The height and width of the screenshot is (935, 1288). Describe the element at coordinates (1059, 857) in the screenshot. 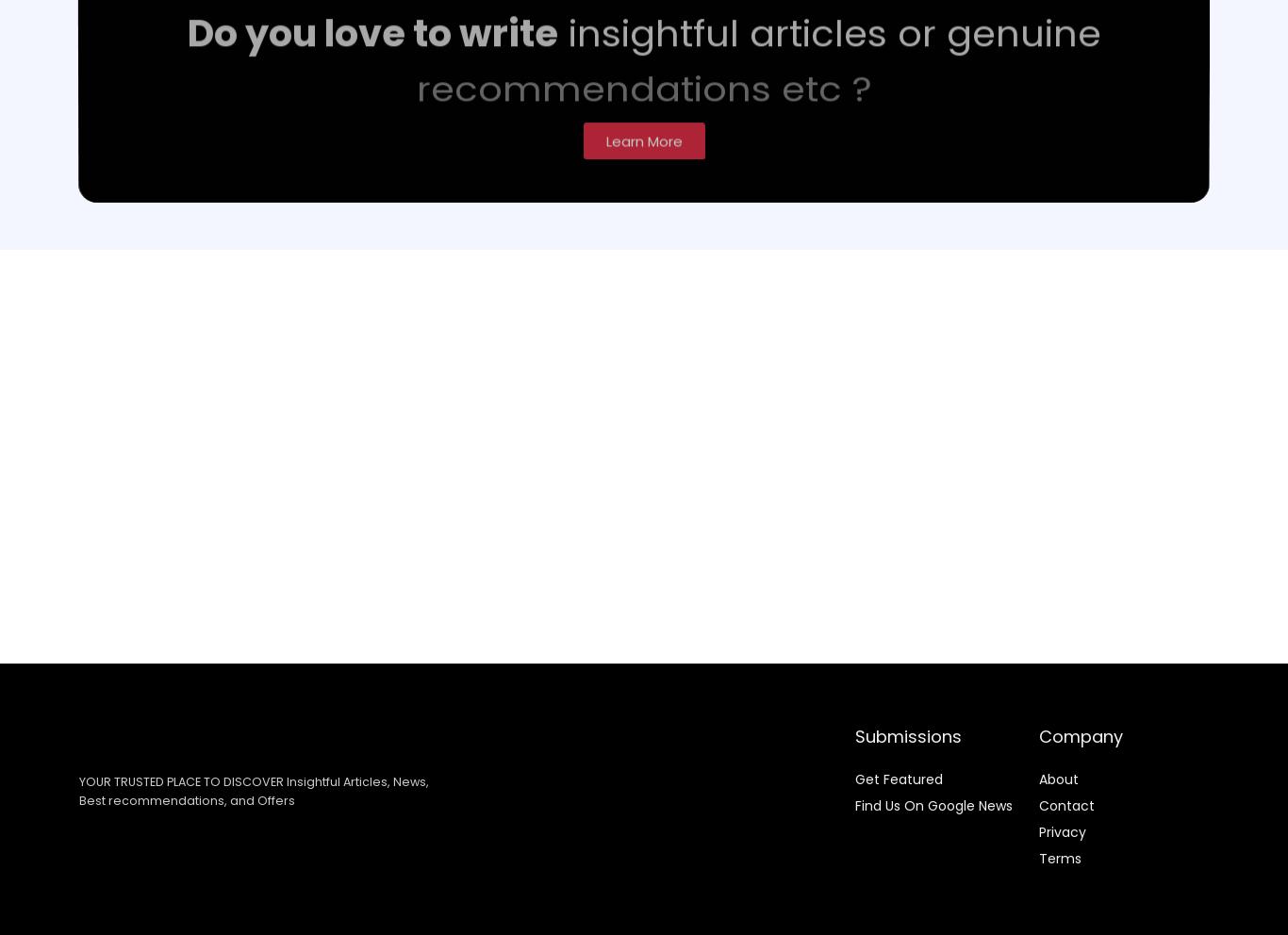

I see `'Terms'` at that location.